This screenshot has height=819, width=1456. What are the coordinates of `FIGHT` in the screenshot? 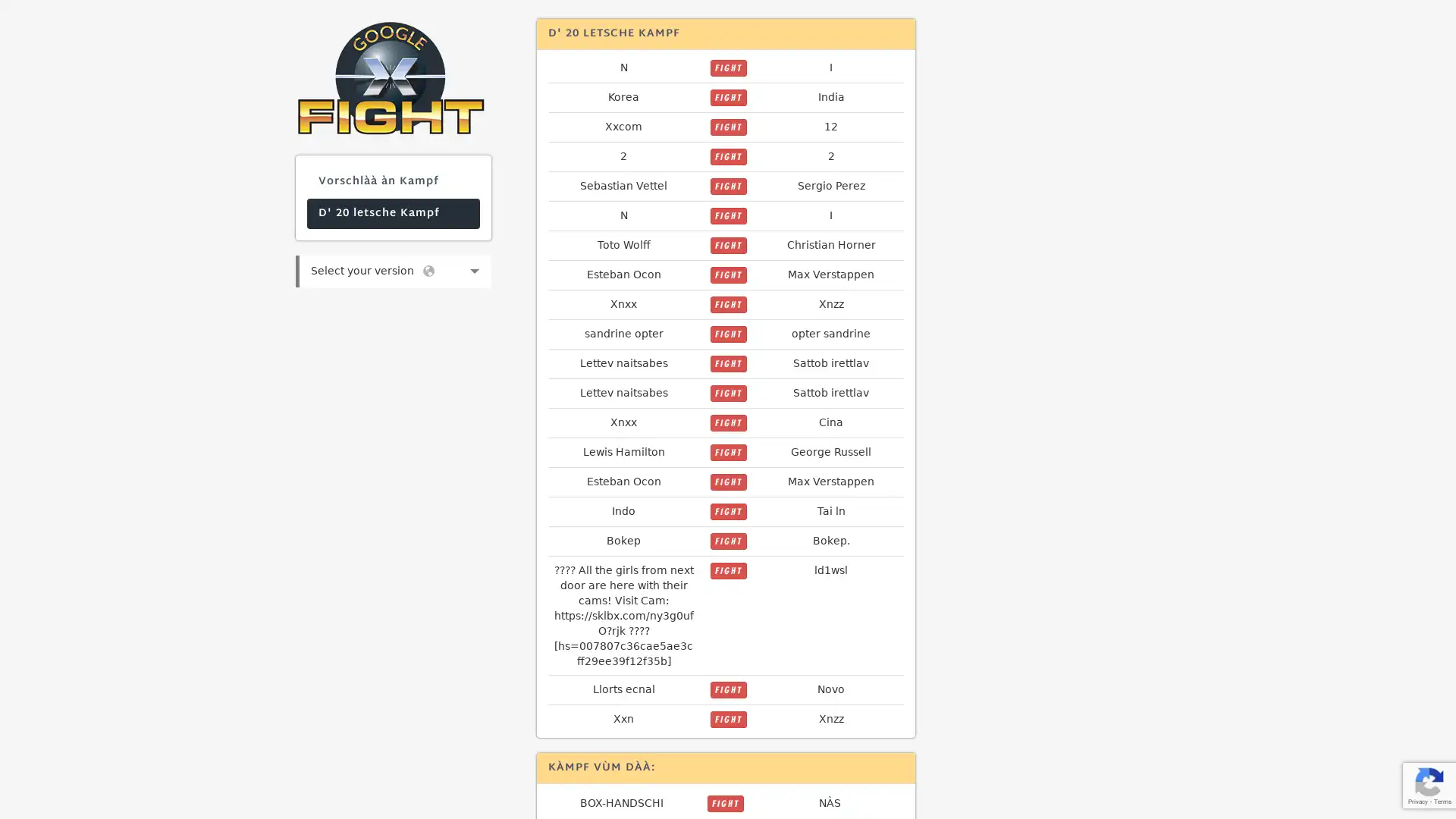 It's located at (728, 570).